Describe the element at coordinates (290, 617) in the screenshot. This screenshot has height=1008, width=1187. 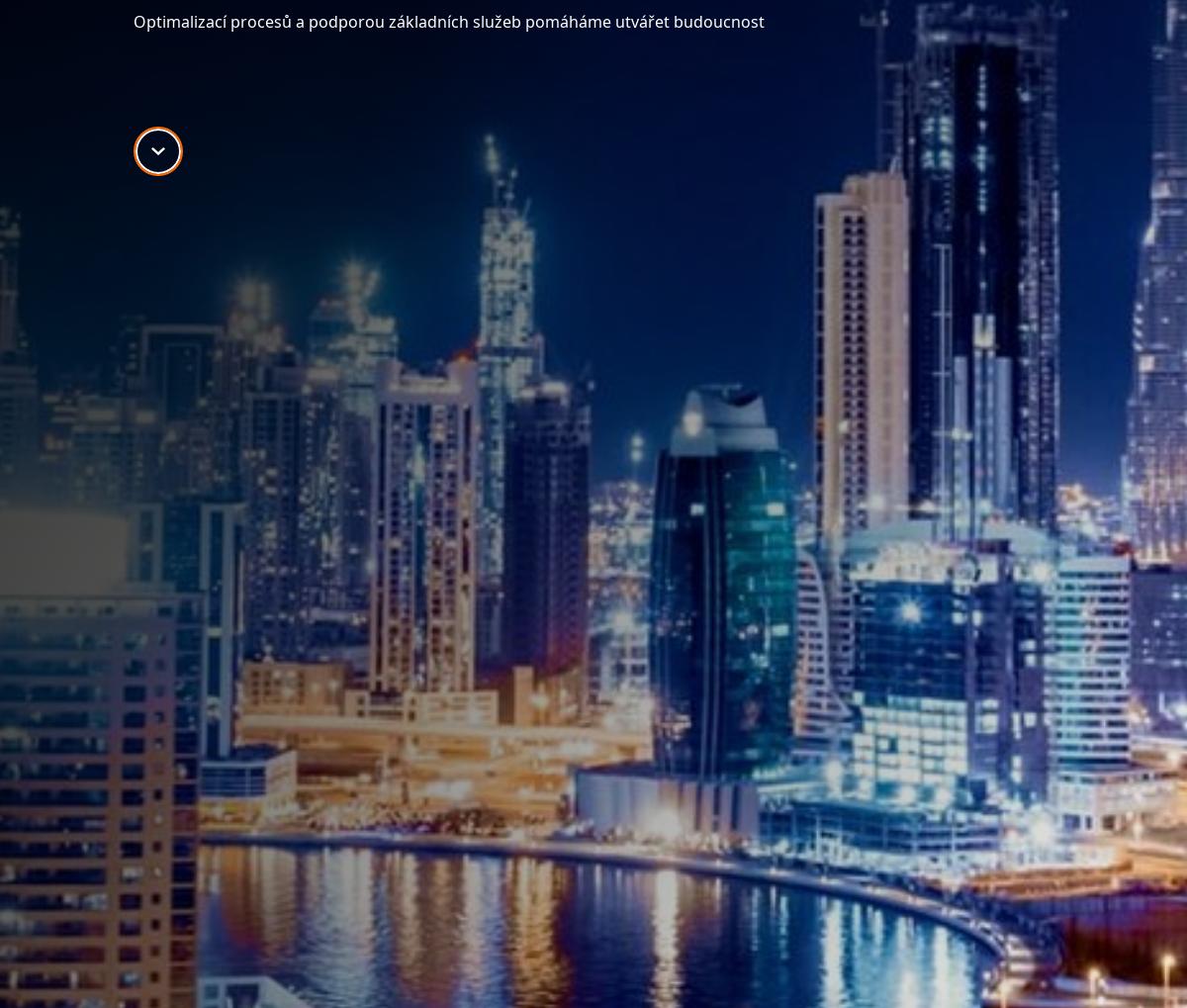
I see `'O této stránce'` at that location.